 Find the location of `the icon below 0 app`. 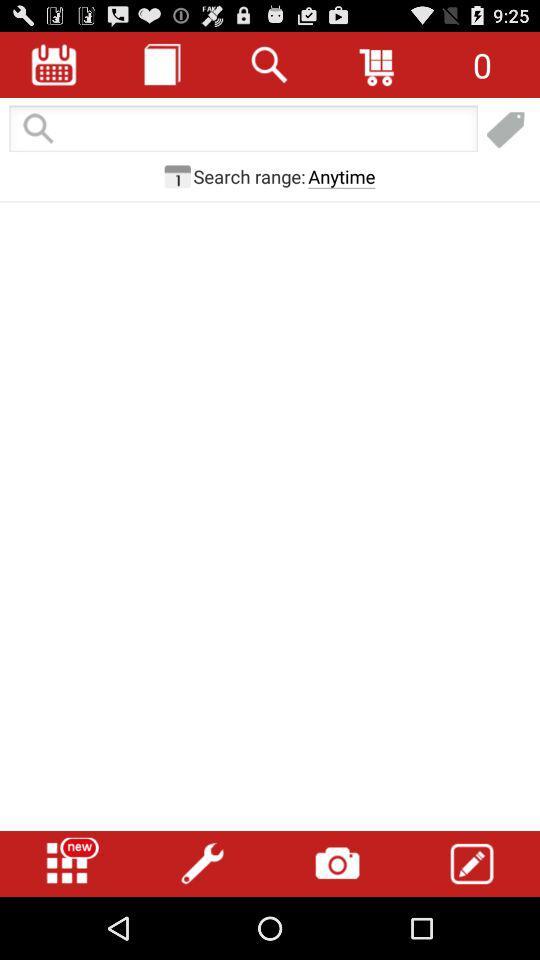

the icon below 0 app is located at coordinates (505, 129).